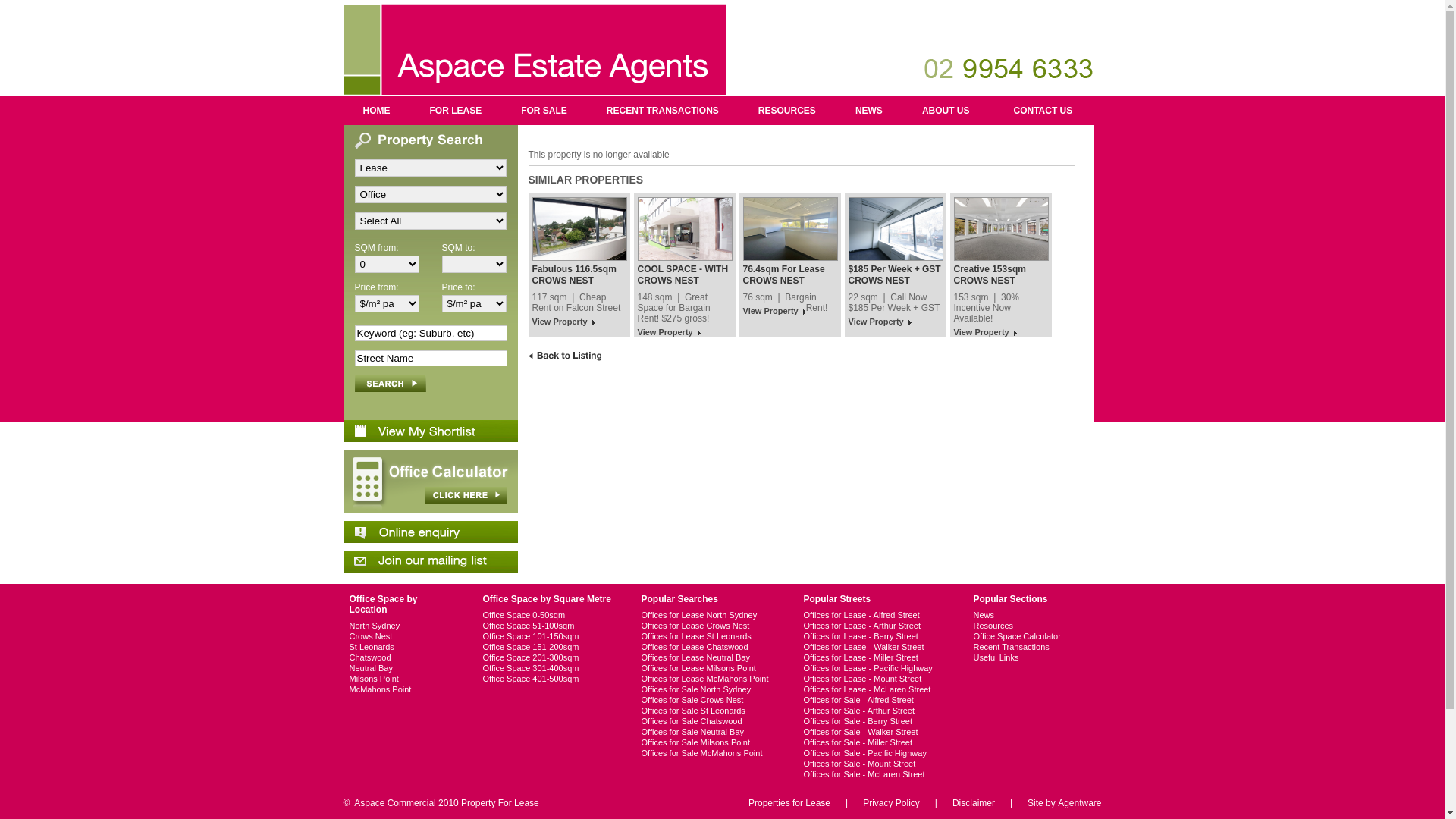 The width and height of the screenshot is (1456, 819). I want to click on 'Office Space 101-150sqm', so click(548, 636).